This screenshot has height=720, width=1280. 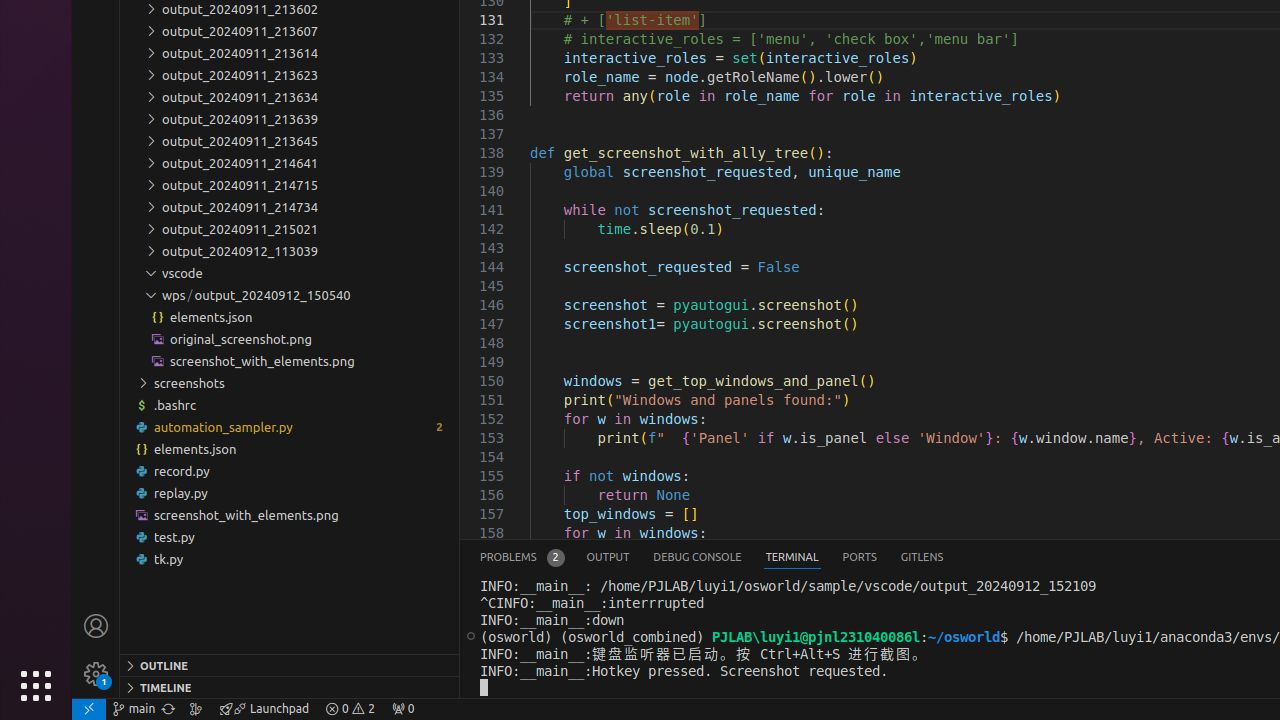 I want to click on 'output_20240912_150540, compact, wps', so click(x=271, y=294).